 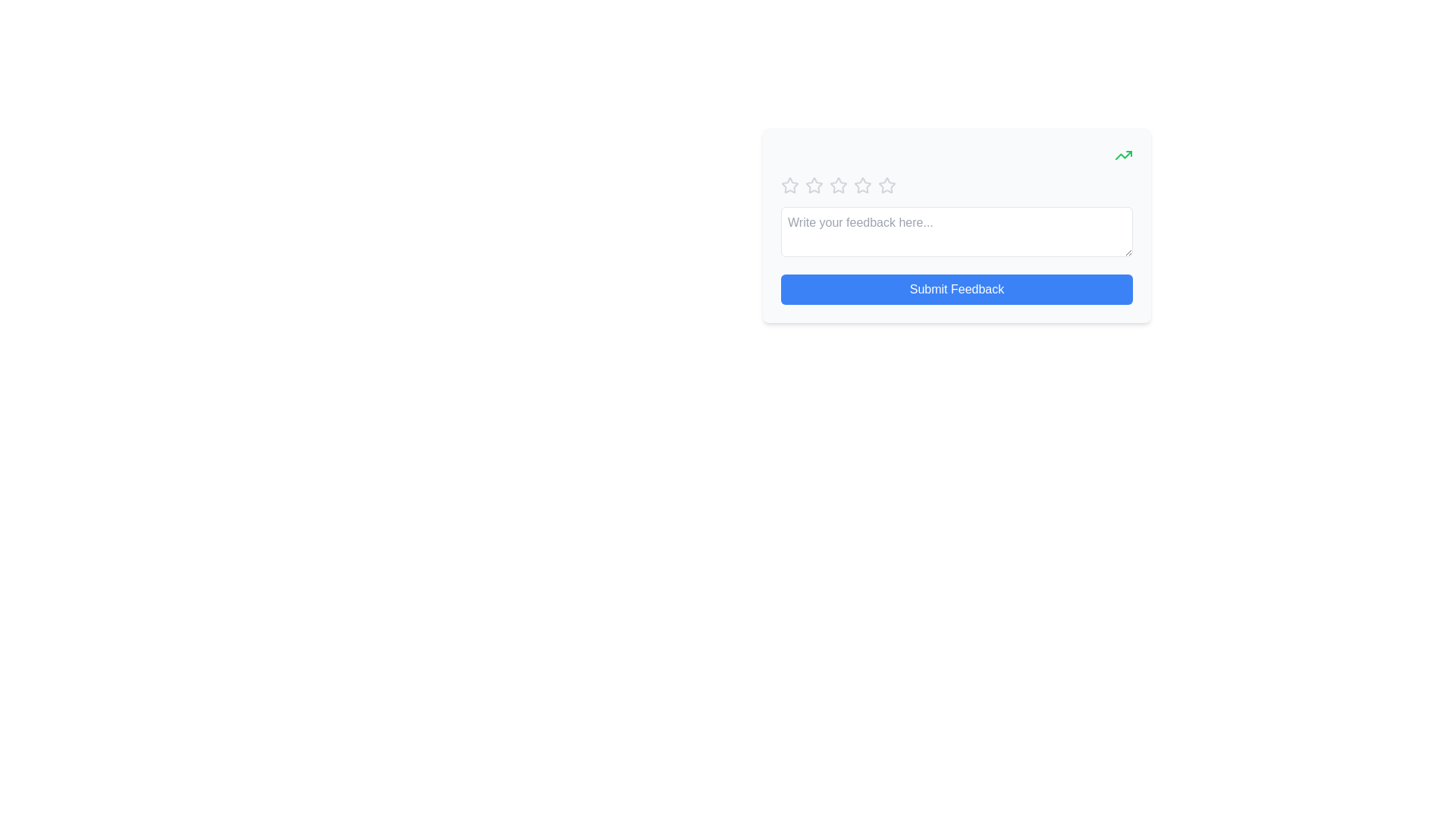 What do you see at coordinates (862, 184) in the screenshot?
I see `the second star icon in the rating group located at the top-right region of the interface` at bounding box center [862, 184].